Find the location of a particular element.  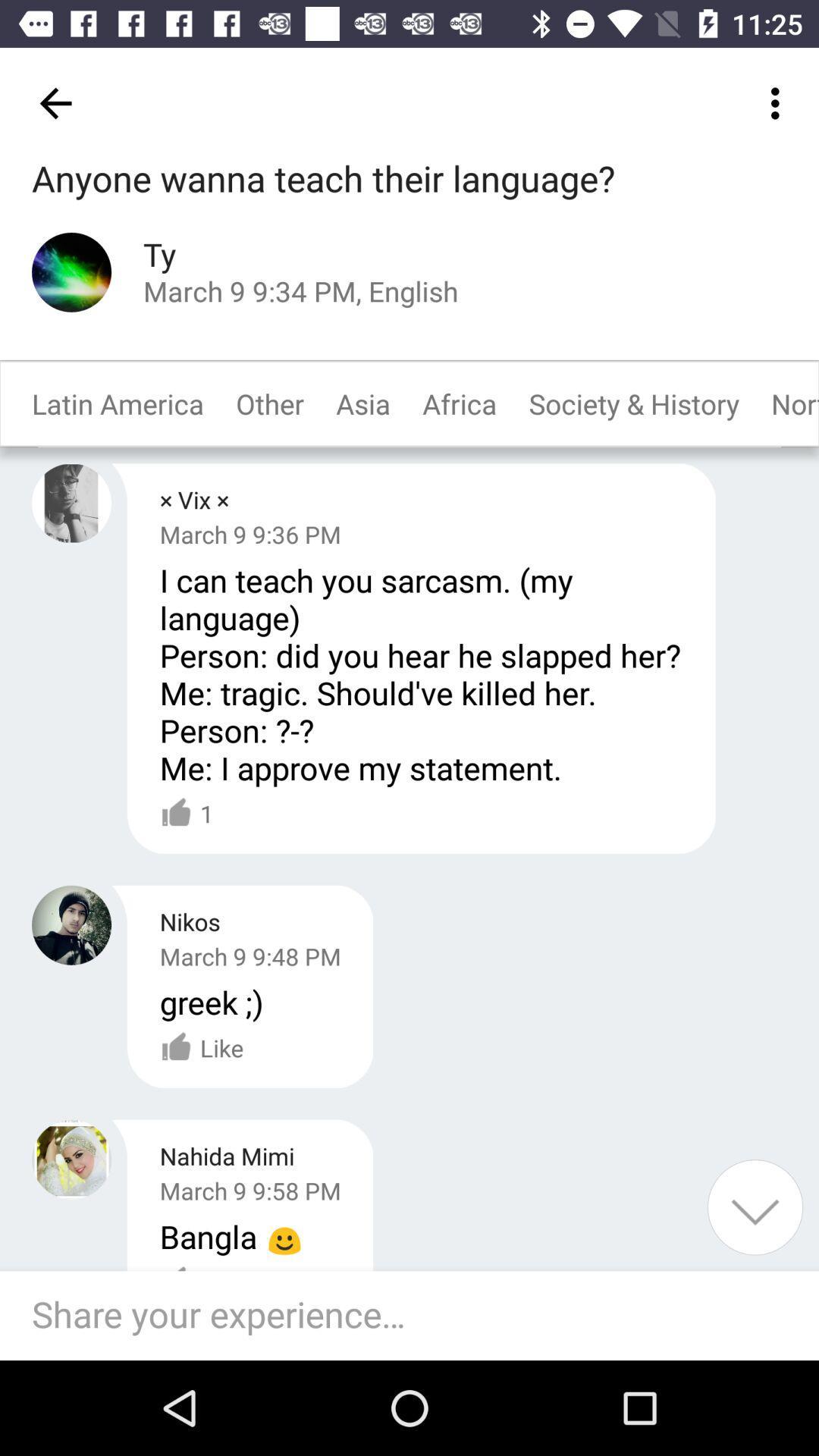

the item next to the anyone wanna teach item is located at coordinates (779, 102).